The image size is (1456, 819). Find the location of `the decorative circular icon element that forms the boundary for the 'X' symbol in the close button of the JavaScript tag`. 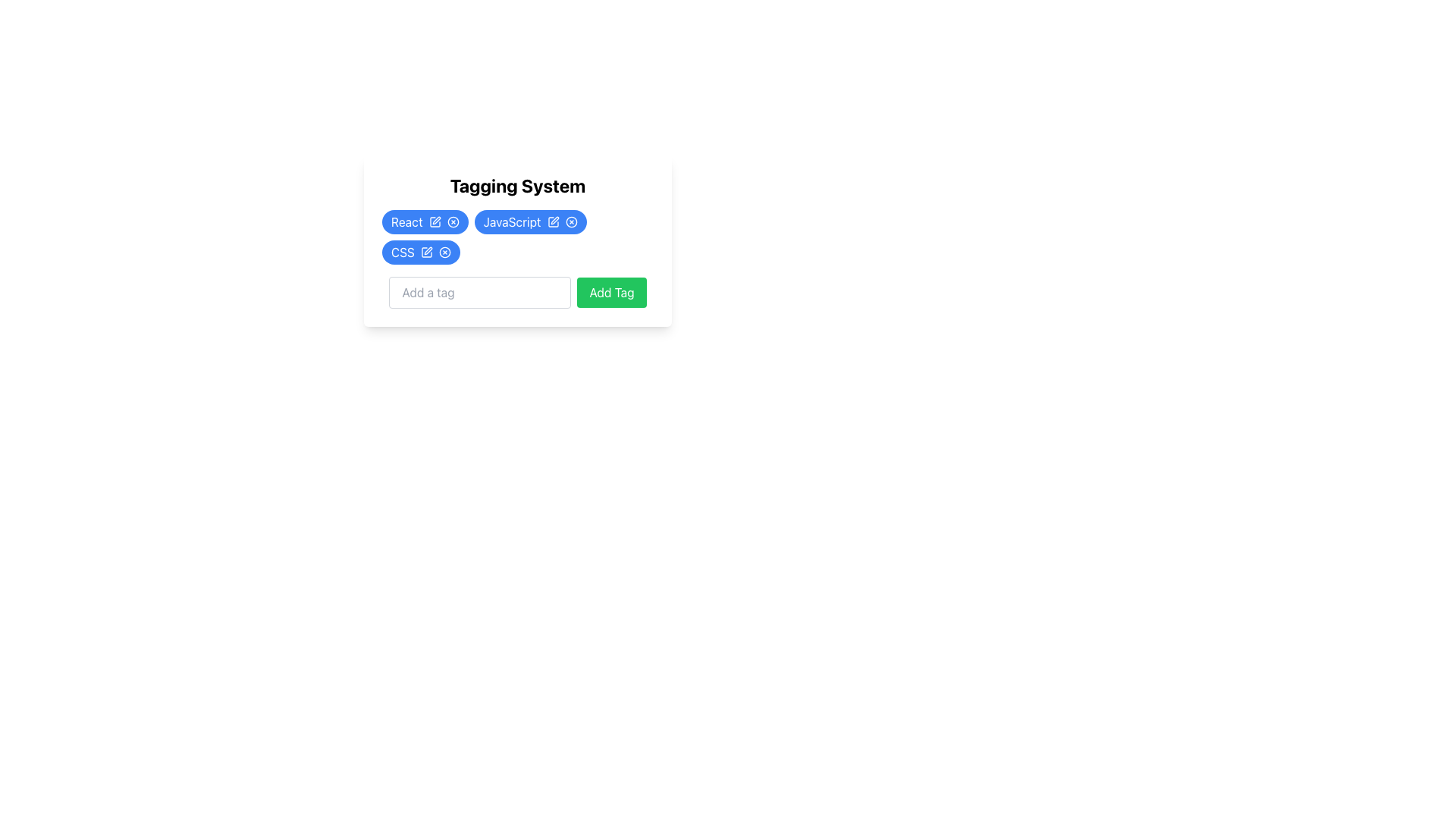

the decorative circular icon element that forms the boundary for the 'X' symbol in the close button of the JavaScript tag is located at coordinates (570, 222).